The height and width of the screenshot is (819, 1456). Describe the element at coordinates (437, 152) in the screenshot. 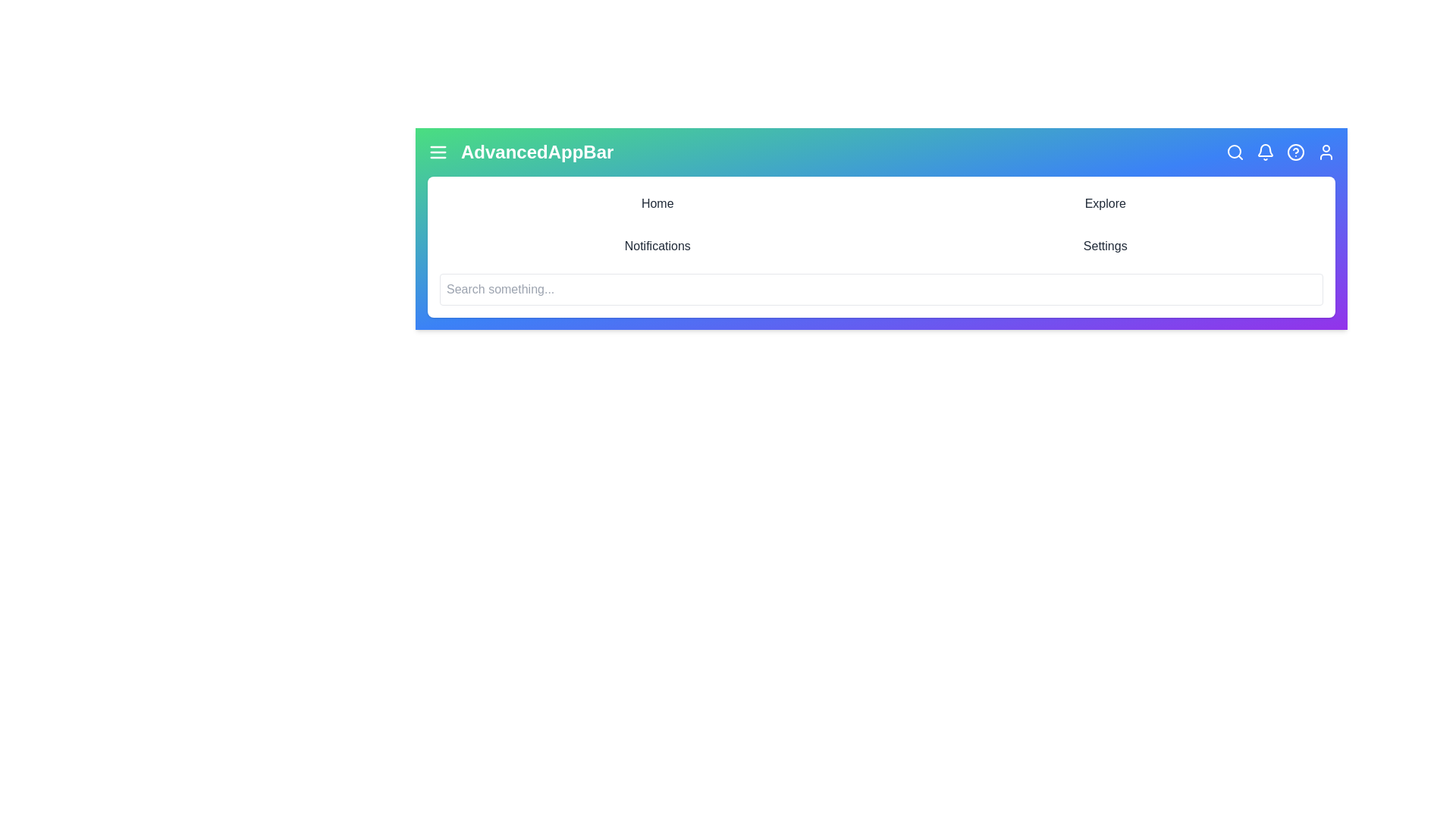

I see `the menu icon to toggle the menu visibility` at that location.